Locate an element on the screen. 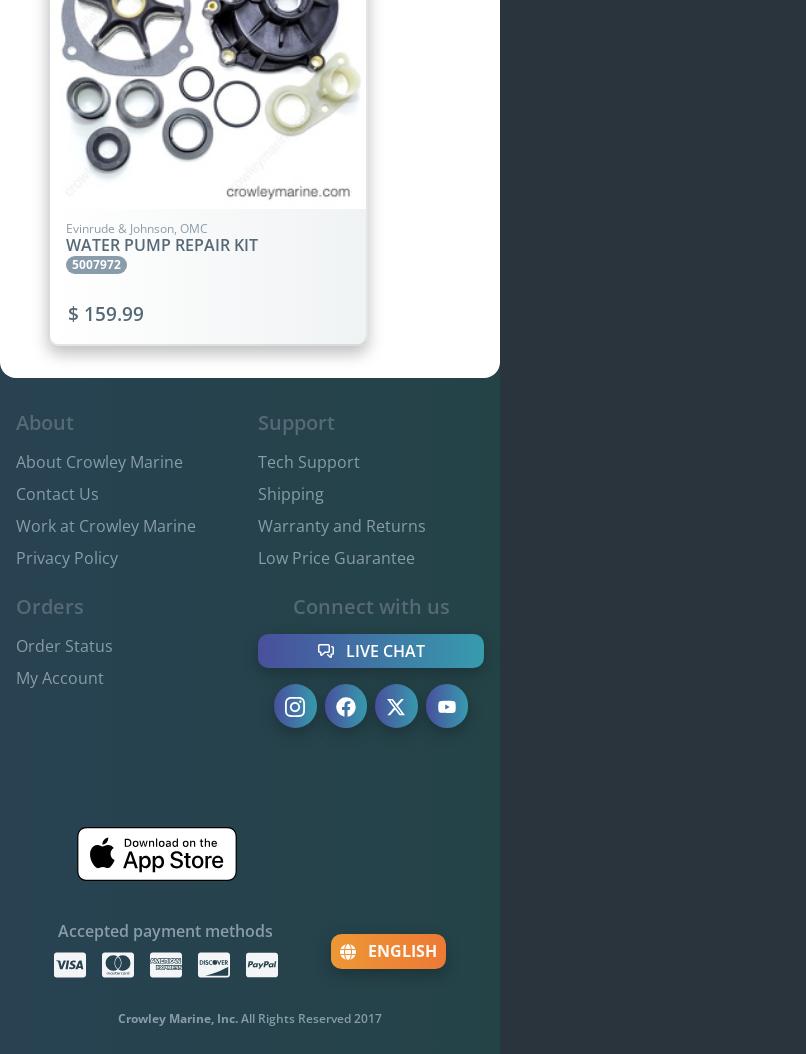  'Orders' is located at coordinates (49, 605).